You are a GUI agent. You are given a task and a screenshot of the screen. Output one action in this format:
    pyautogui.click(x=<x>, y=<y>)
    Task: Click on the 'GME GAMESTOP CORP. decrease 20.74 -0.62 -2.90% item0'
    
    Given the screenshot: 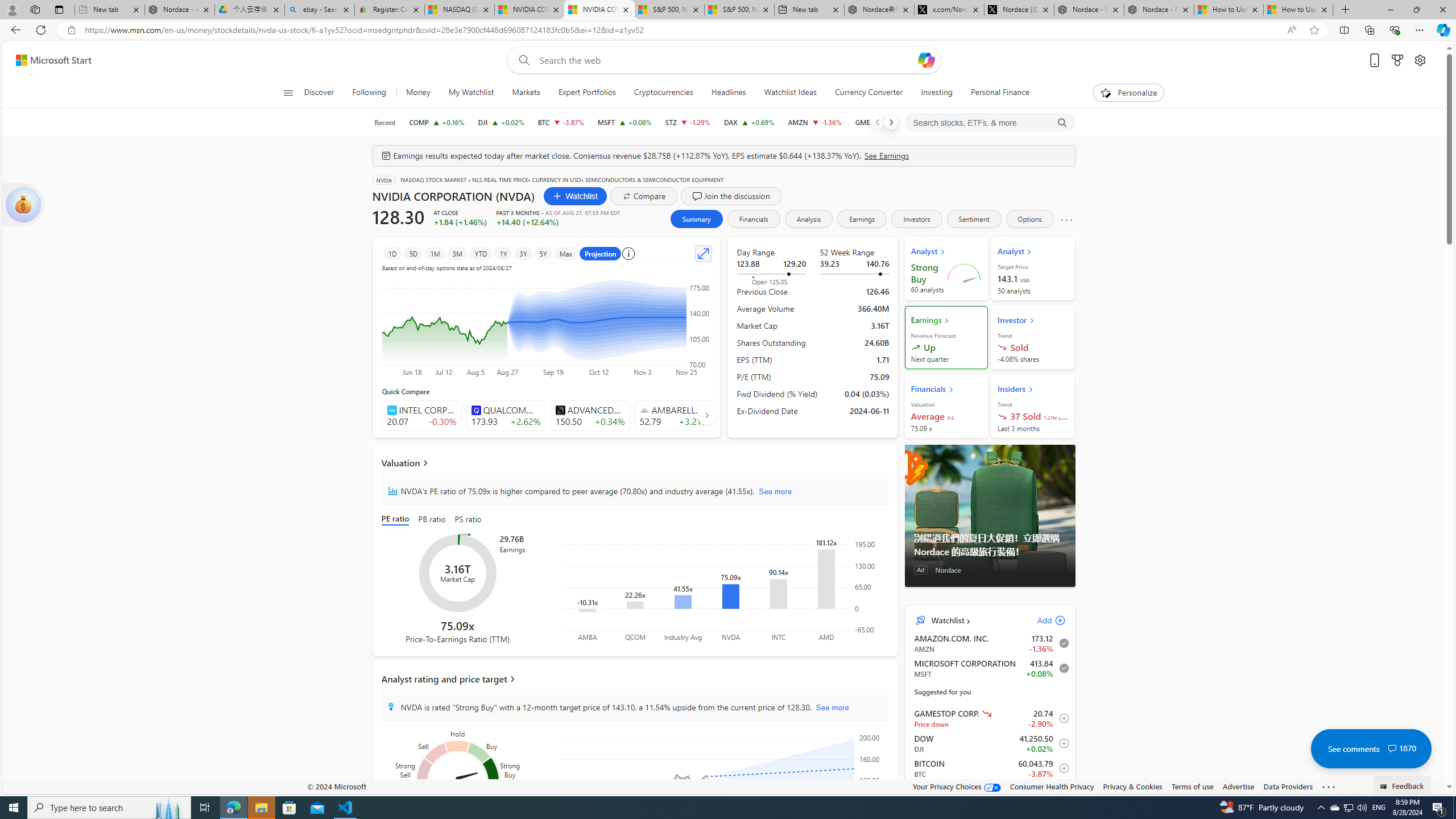 What is the action you would take?
    pyautogui.click(x=990, y=717)
    